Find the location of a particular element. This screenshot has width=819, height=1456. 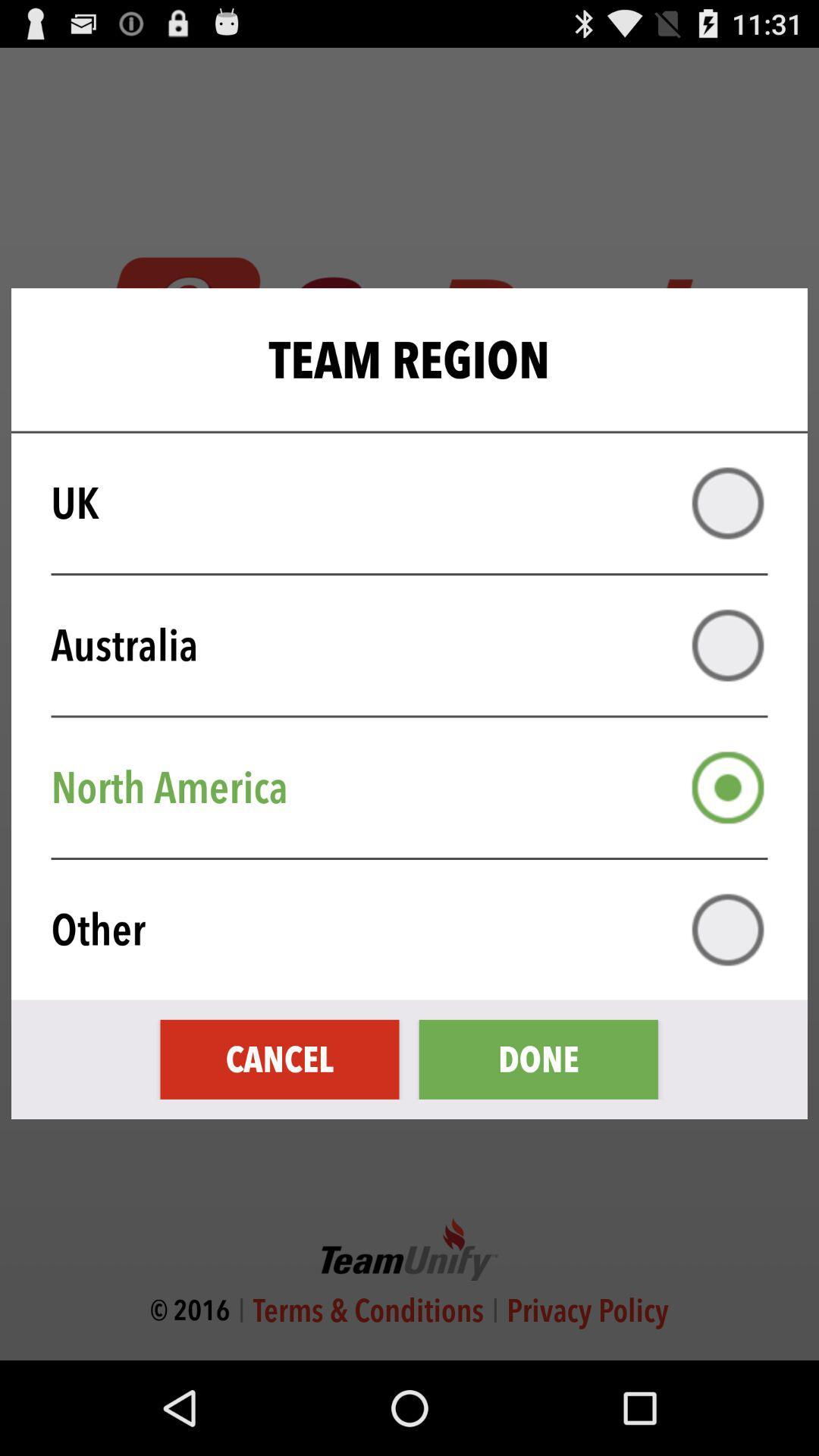

icon below the other item is located at coordinates (280, 1059).